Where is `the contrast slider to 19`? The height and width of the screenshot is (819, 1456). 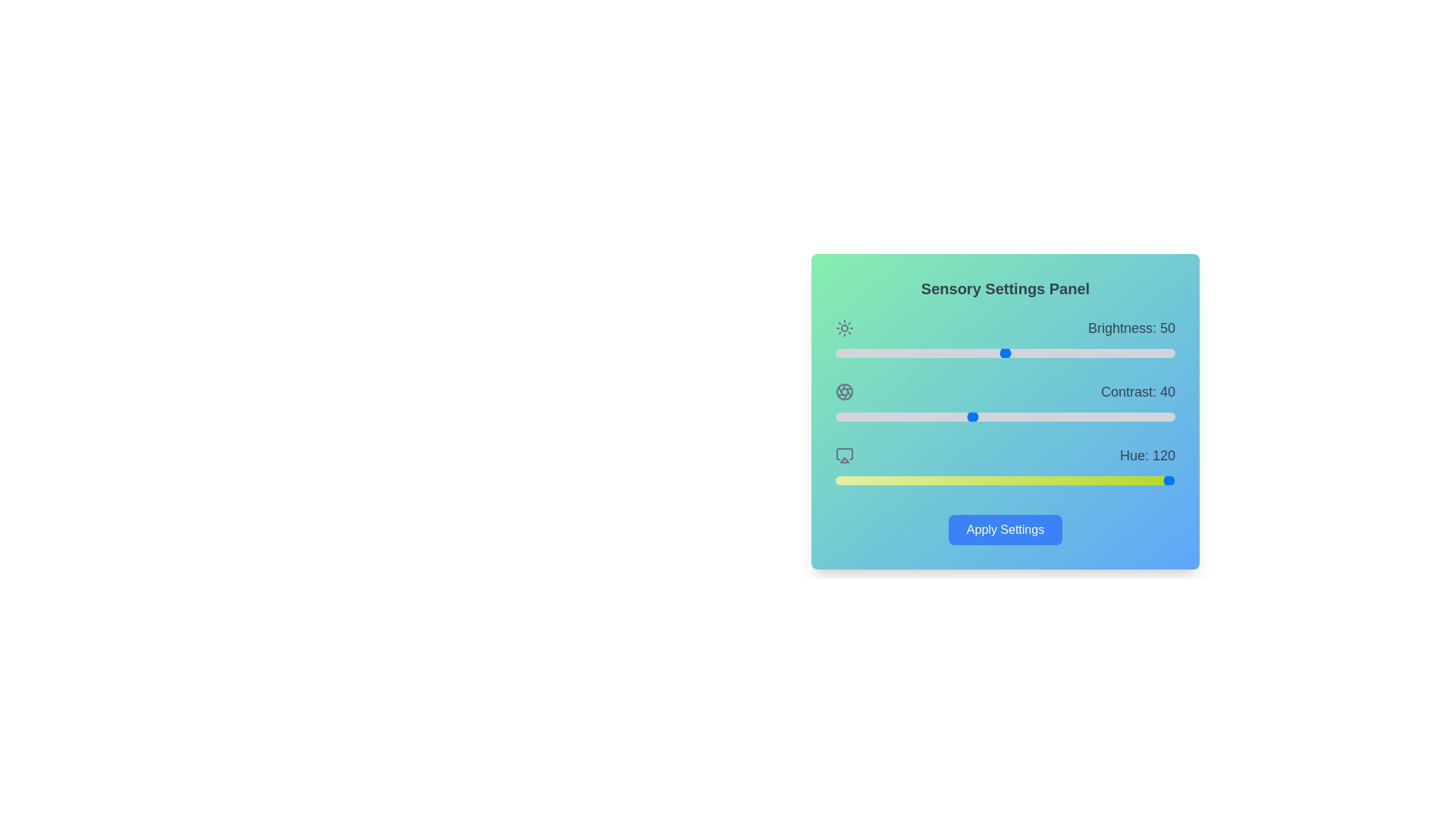 the contrast slider to 19 is located at coordinates (900, 417).